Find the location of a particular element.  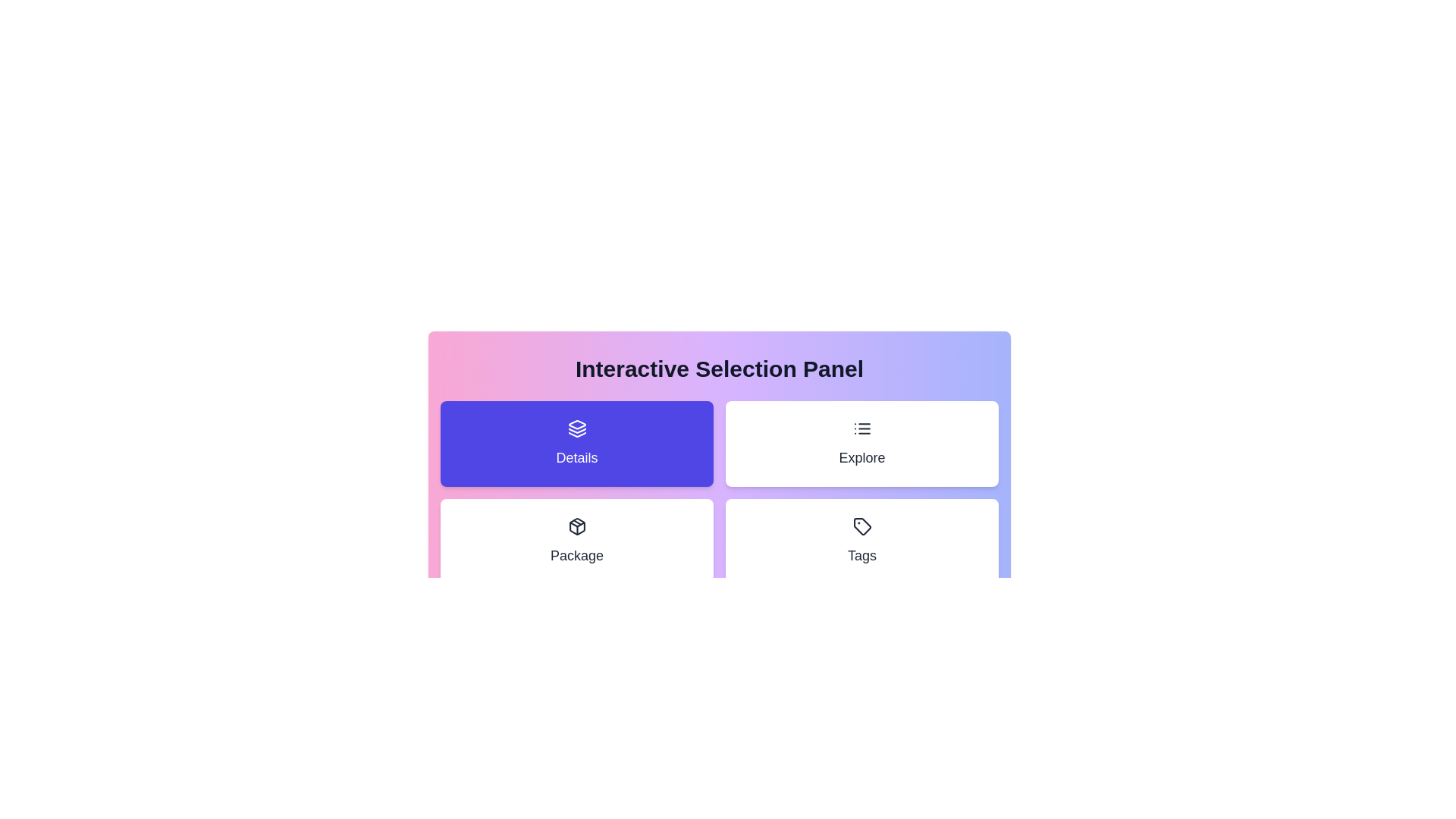

the graphical icon representing the 'Tag' symbol in the 'Tags' option located in the bottom-right of the interactive panel is located at coordinates (862, 526).